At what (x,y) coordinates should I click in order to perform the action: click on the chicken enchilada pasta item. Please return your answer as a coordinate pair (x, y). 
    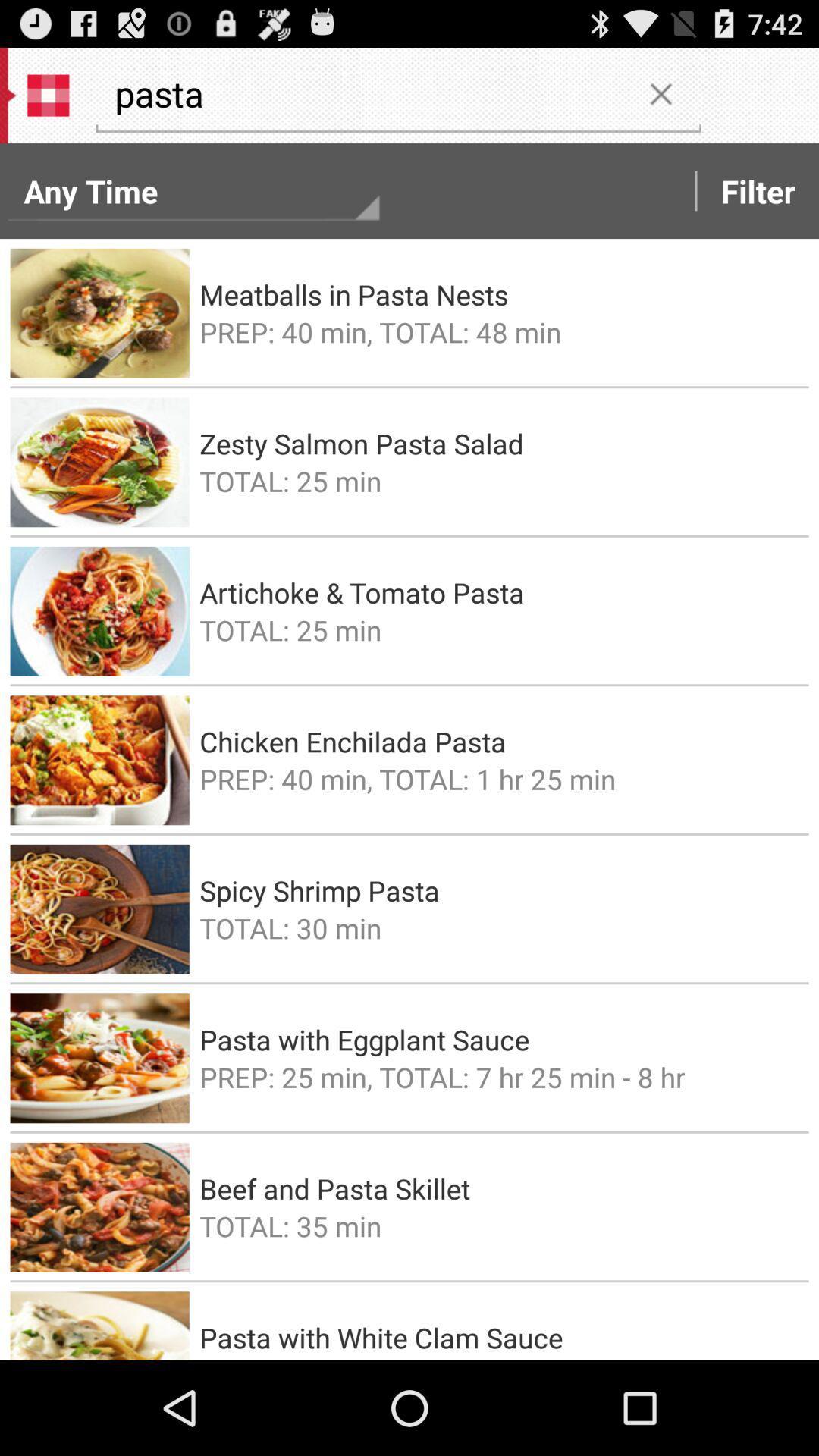
    Looking at the image, I should click on (499, 742).